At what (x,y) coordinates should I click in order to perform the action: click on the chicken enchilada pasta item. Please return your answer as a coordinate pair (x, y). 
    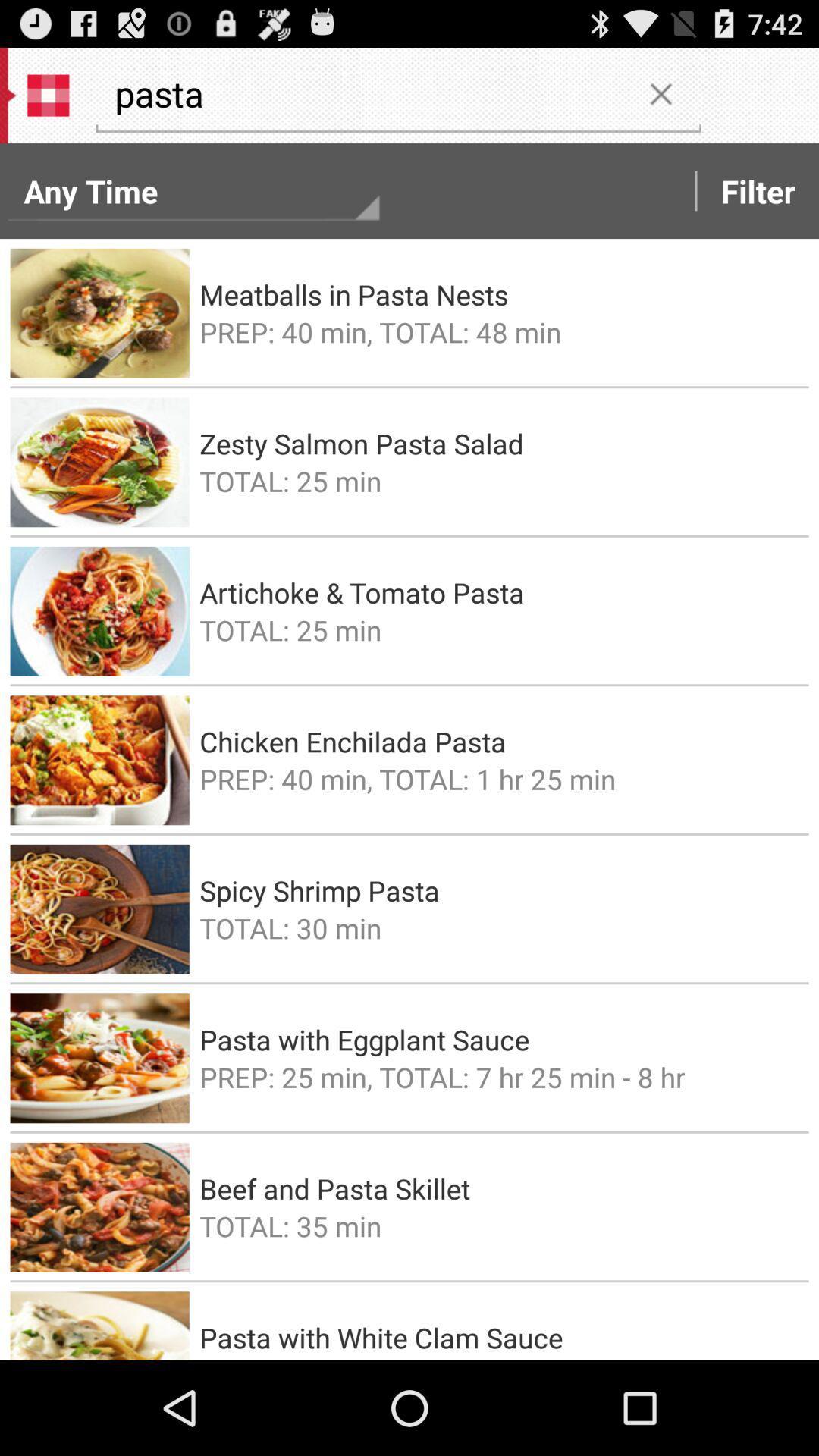
    Looking at the image, I should click on (499, 742).